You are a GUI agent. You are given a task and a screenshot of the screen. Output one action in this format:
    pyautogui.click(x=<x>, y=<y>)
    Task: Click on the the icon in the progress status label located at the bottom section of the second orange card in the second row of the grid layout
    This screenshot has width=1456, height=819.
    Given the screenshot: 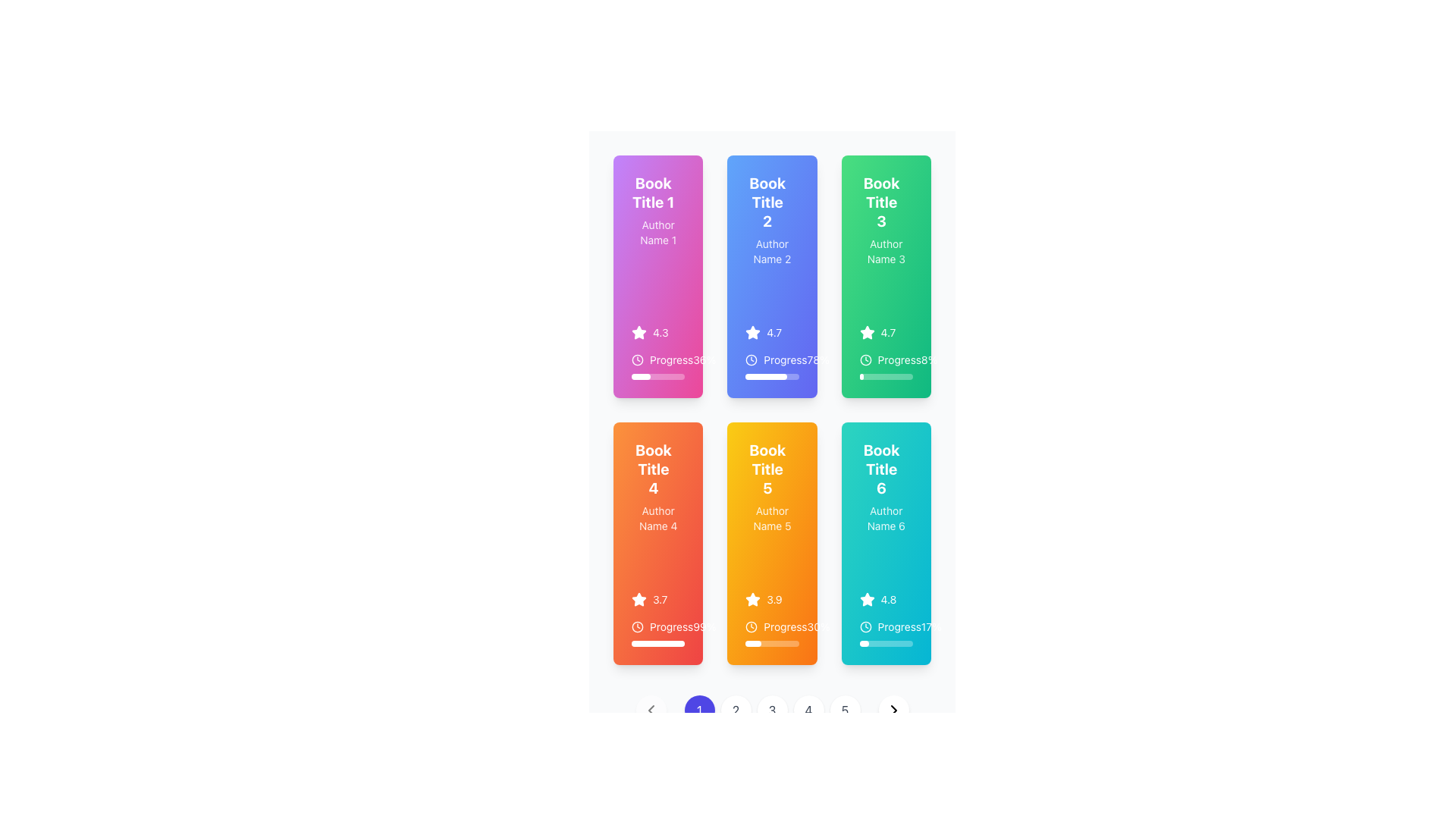 What is the action you would take?
    pyautogui.click(x=776, y=626)
    